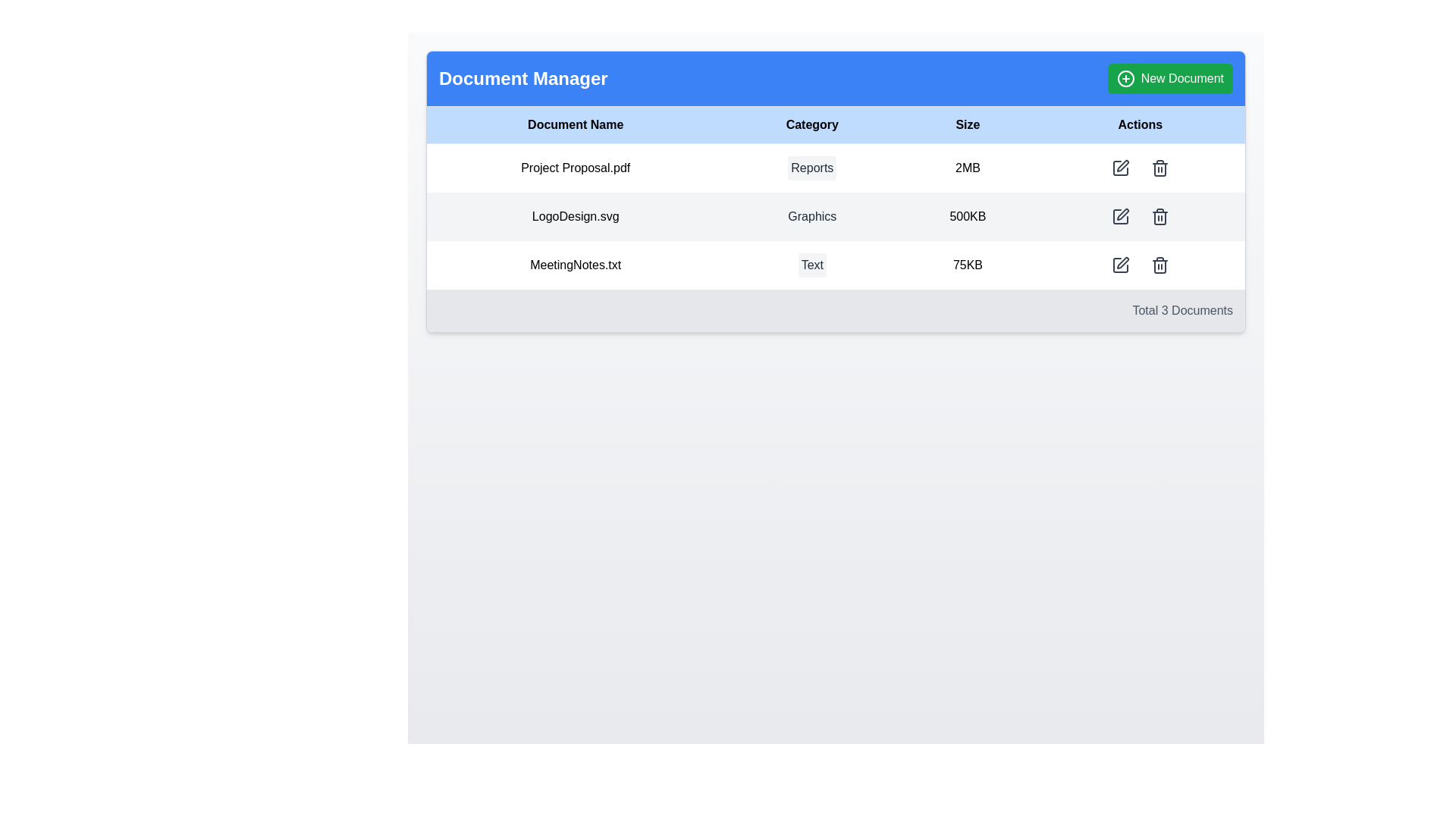 This screenshot has width=1456, height=819. What do you see at coordinates (1120, 168) in the screenshot?
I see `the edit icon button, which resembles a pen or pencil and is located in the first row of the 'Actions' column, to initiate editing` at bounding box center [1120, 168].